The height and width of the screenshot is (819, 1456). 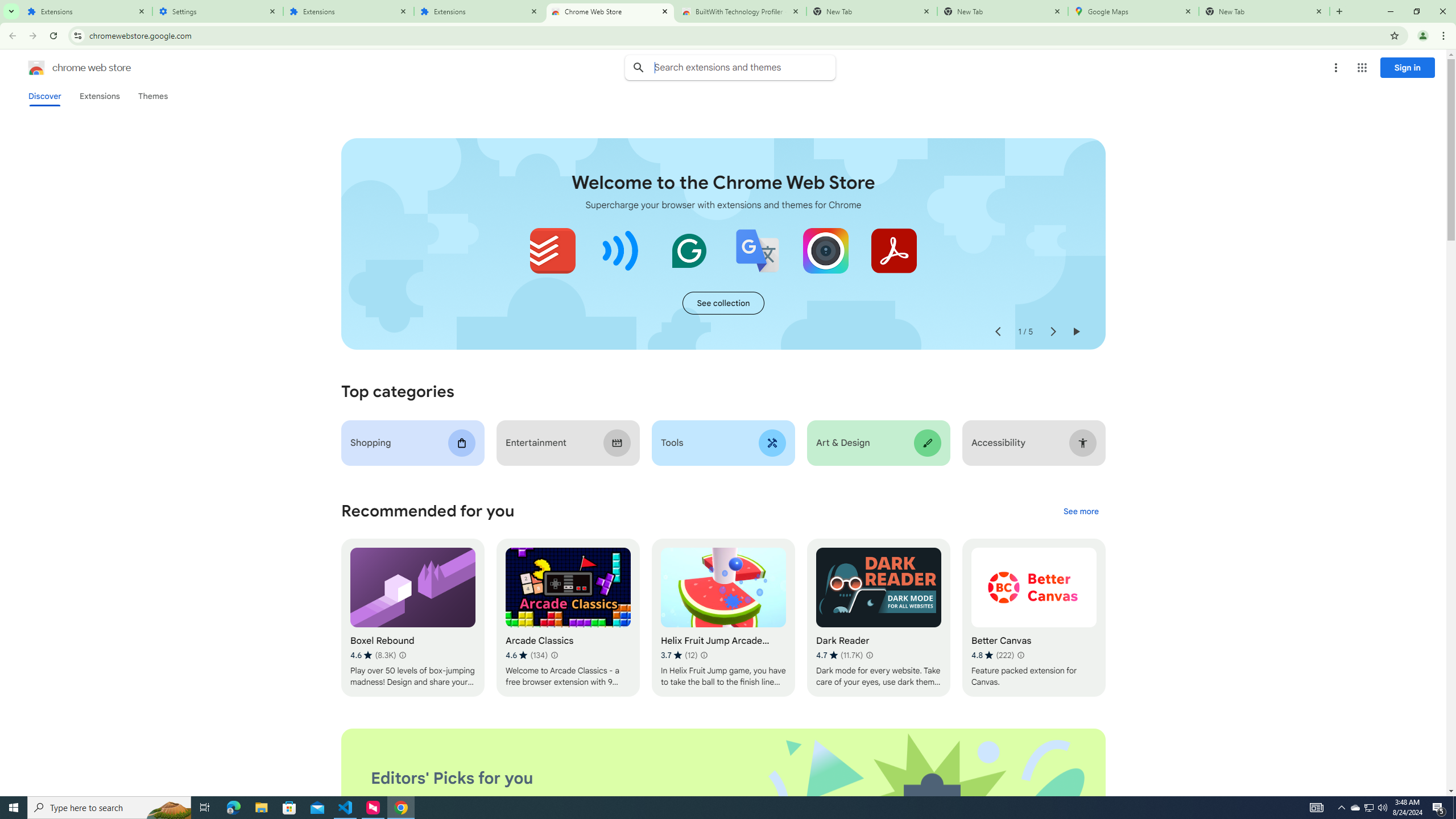 I want to click on 'New Tab', so click(x=1264, y=11).